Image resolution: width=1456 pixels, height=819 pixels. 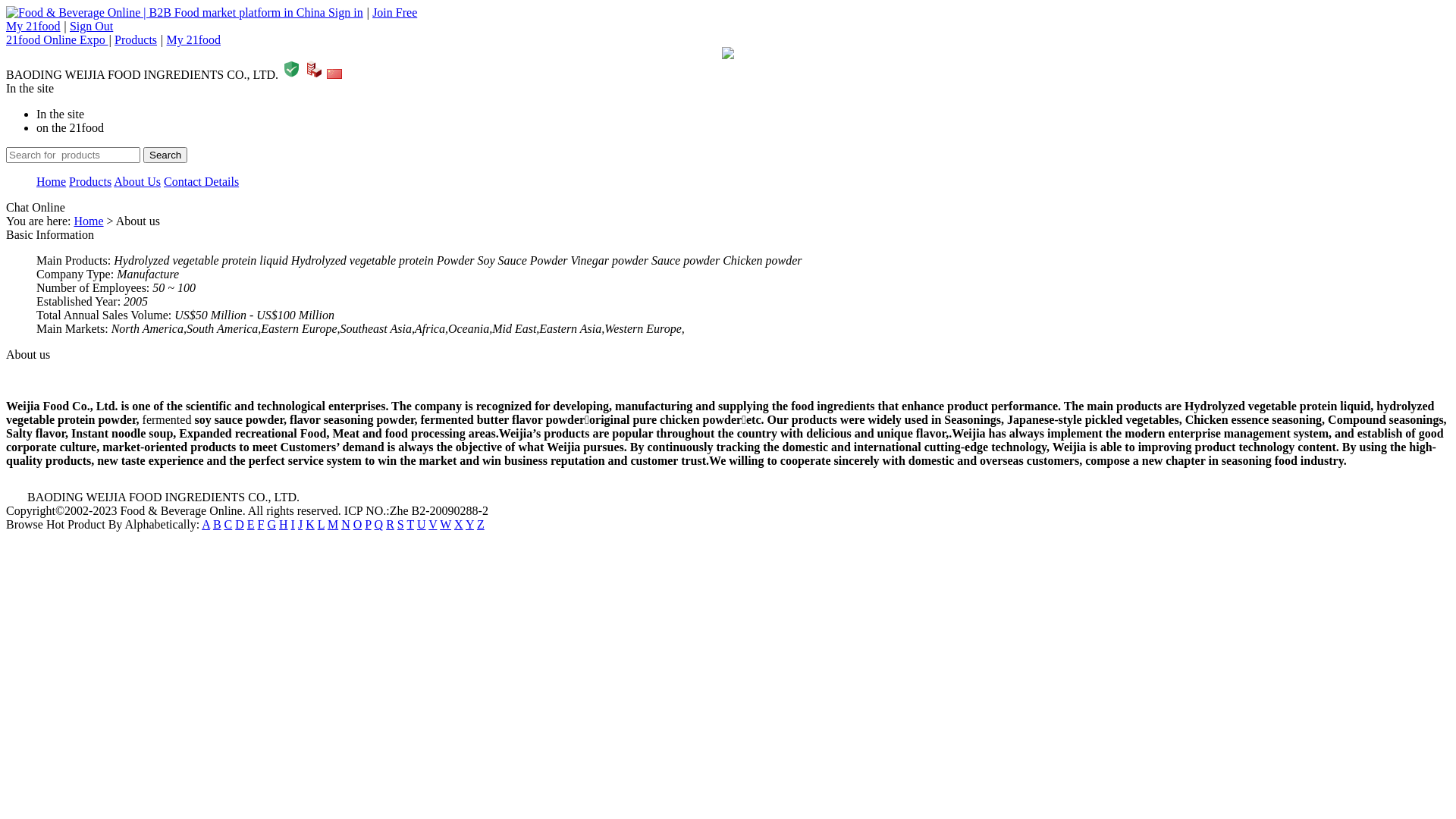 What do you see at coordinates (251, 523) in the screenshot?
I see `'E'` at bounding box center [251, 523].